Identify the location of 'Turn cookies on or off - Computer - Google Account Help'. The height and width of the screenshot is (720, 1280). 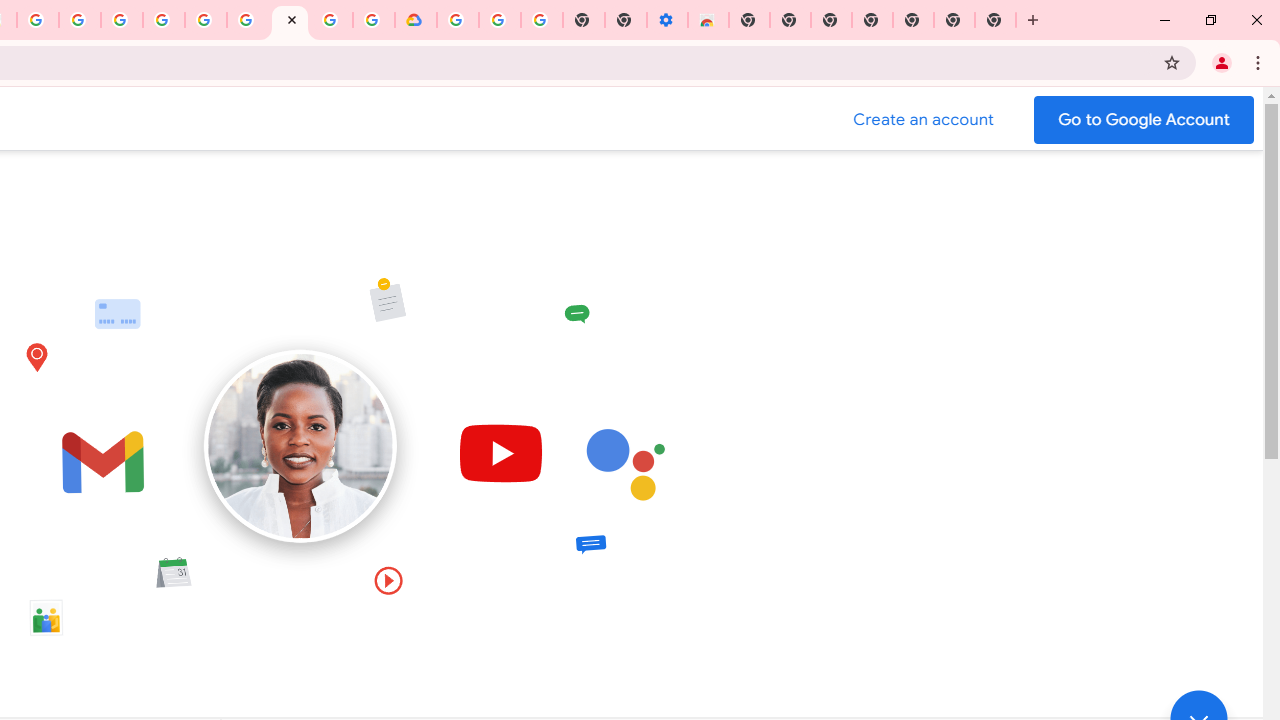
(542, 20).